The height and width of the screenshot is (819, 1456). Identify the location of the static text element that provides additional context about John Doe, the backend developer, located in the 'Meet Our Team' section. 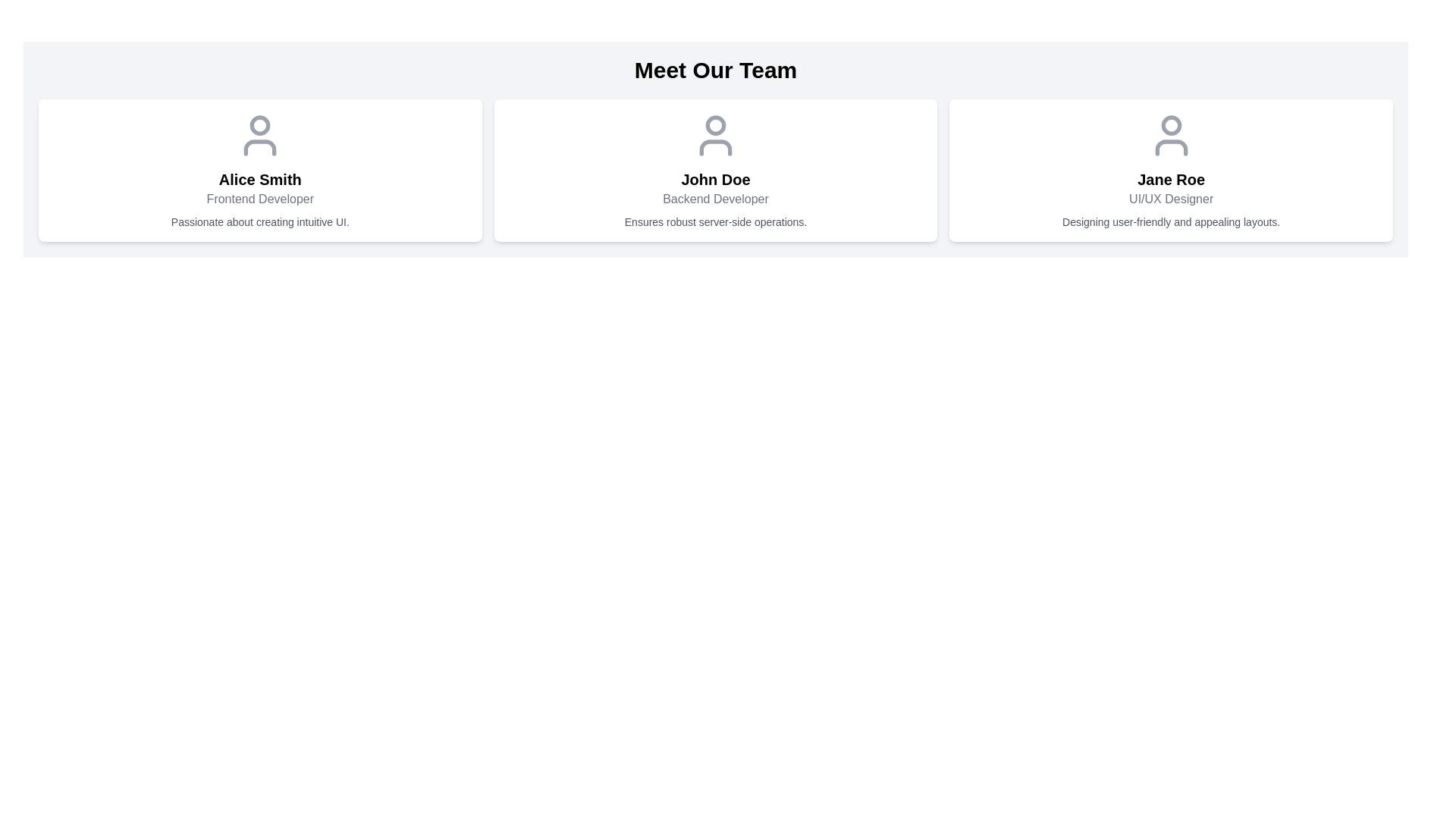
(715, 222).